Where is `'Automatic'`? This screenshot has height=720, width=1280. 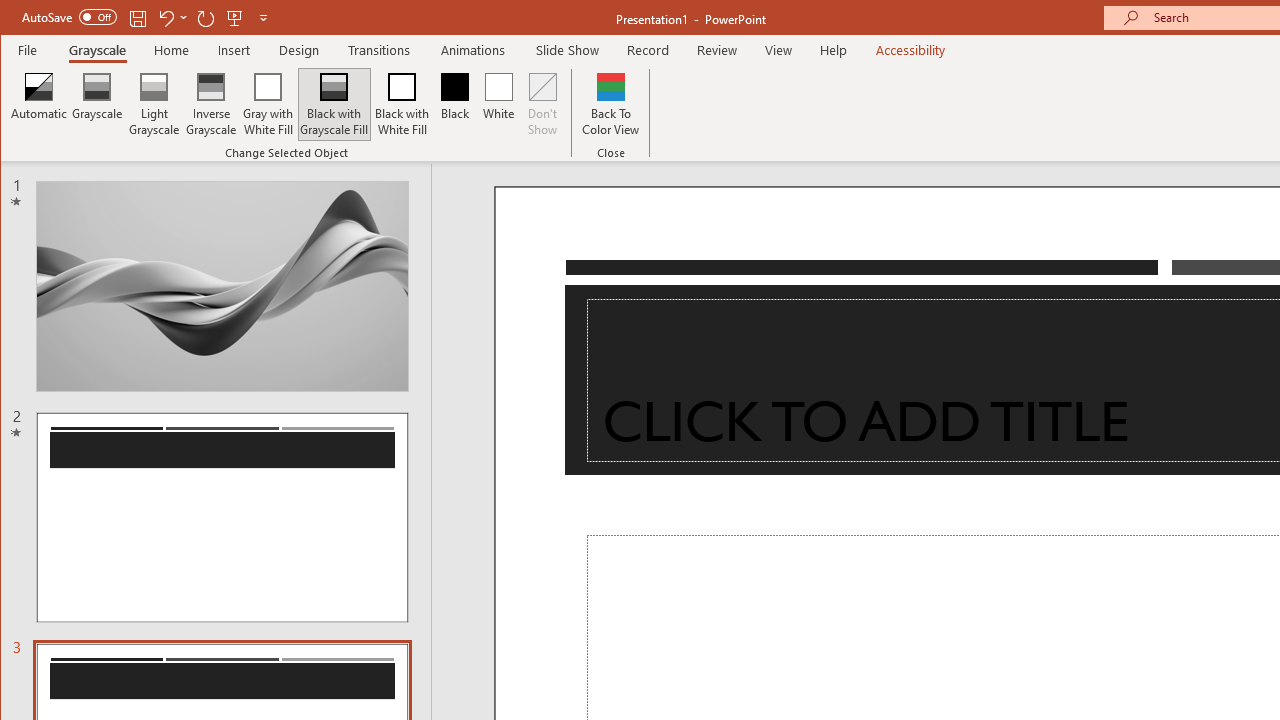 'Automatic' is located at coordinates (39, 104).